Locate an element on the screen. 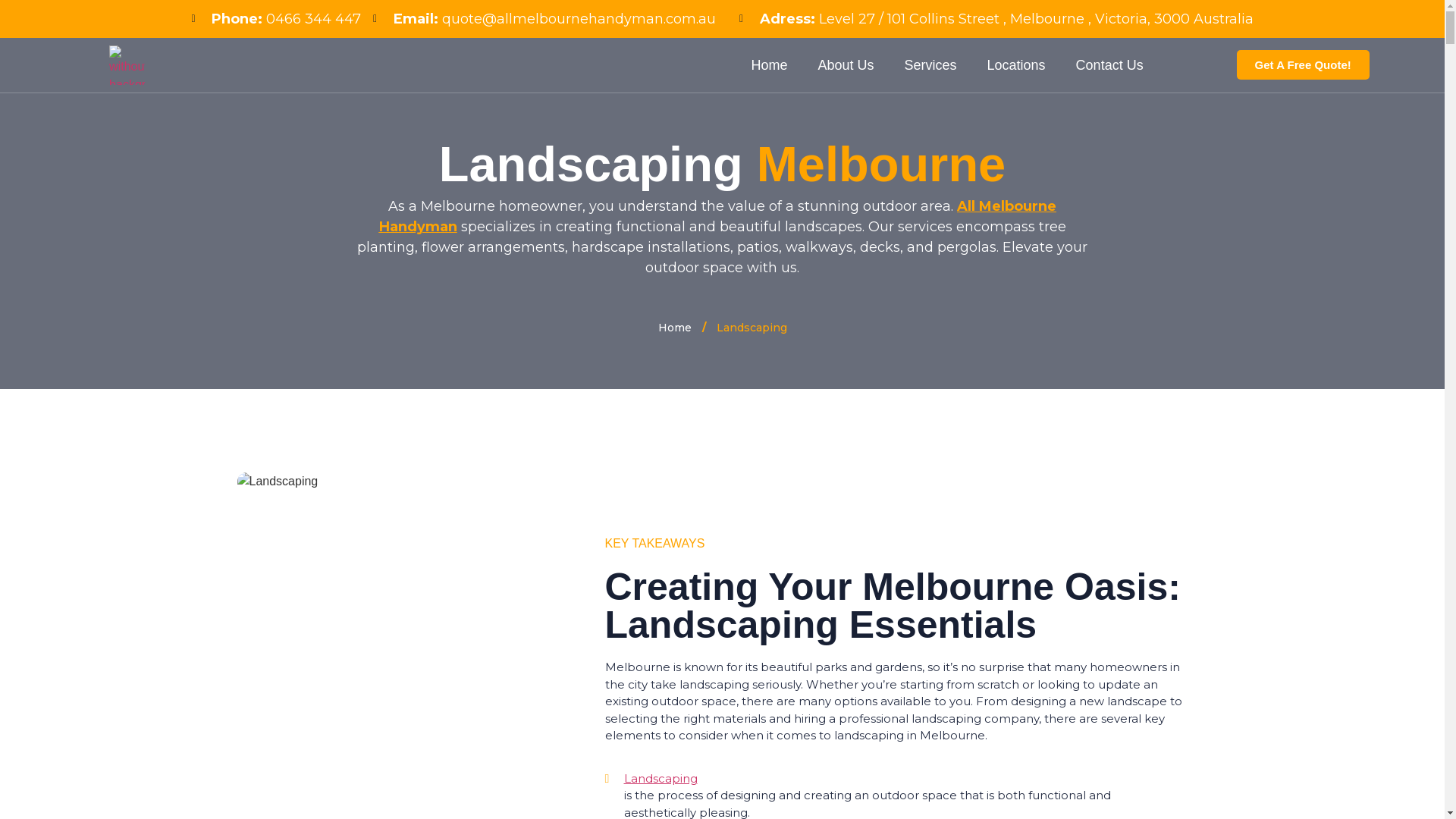 The image size is (1456, 819). 'Email: quote@allmelbournehandyman.com.au' is located at coordinates (544, 19).